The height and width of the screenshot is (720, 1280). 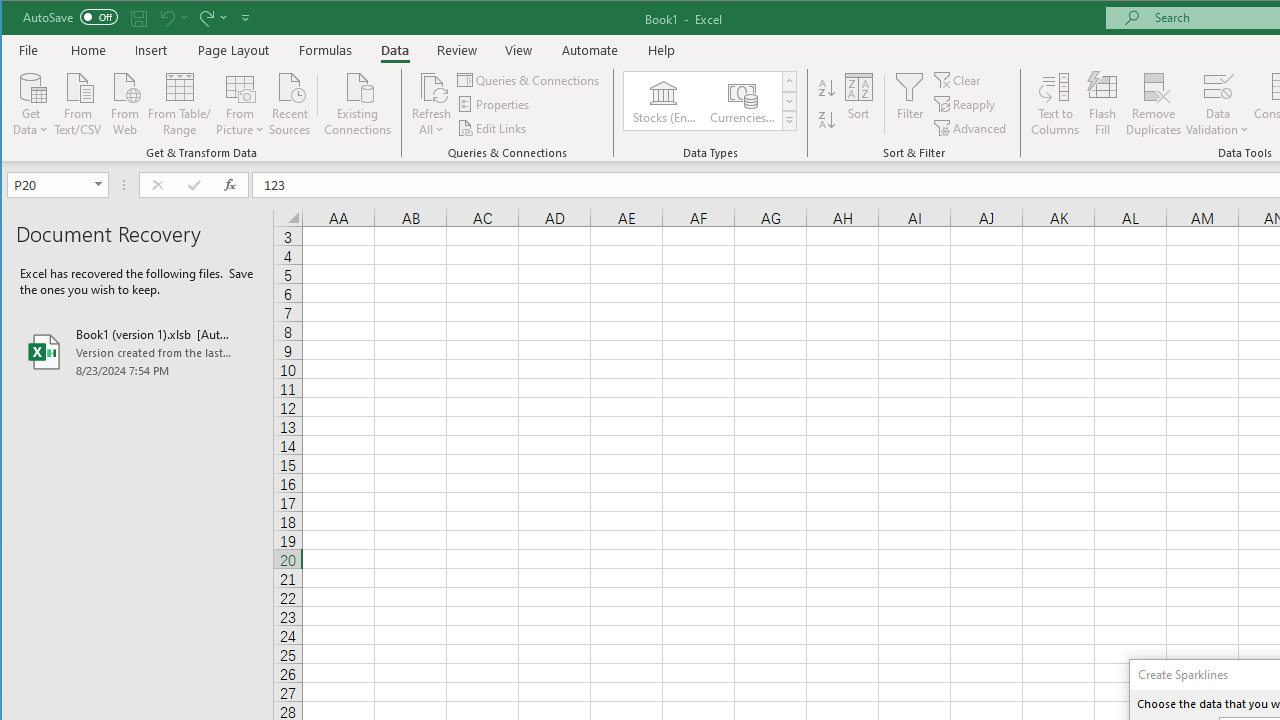 I want to click on 'Queries & Connections', so click(x=529, y=79).